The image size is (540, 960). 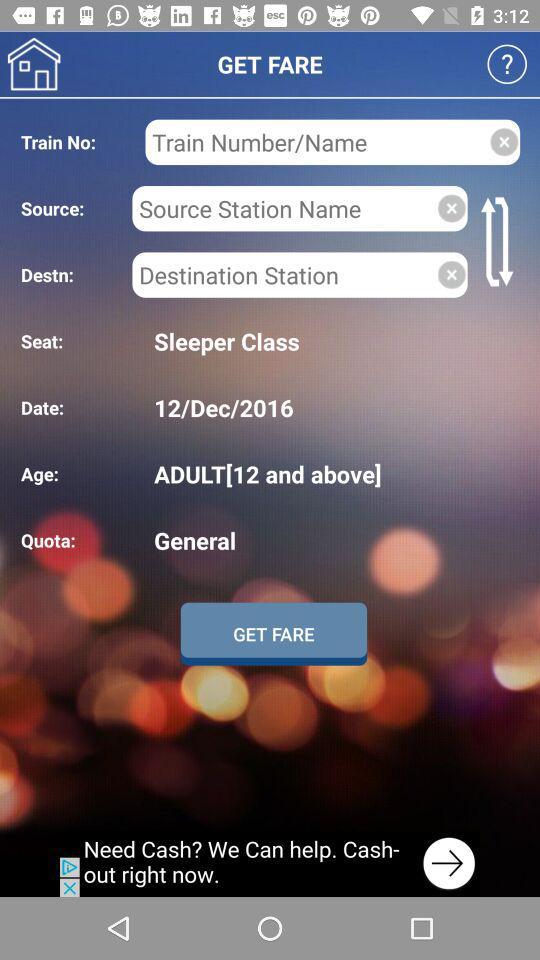 I want to click on clear destn textbox, so click(x=451, y=273).